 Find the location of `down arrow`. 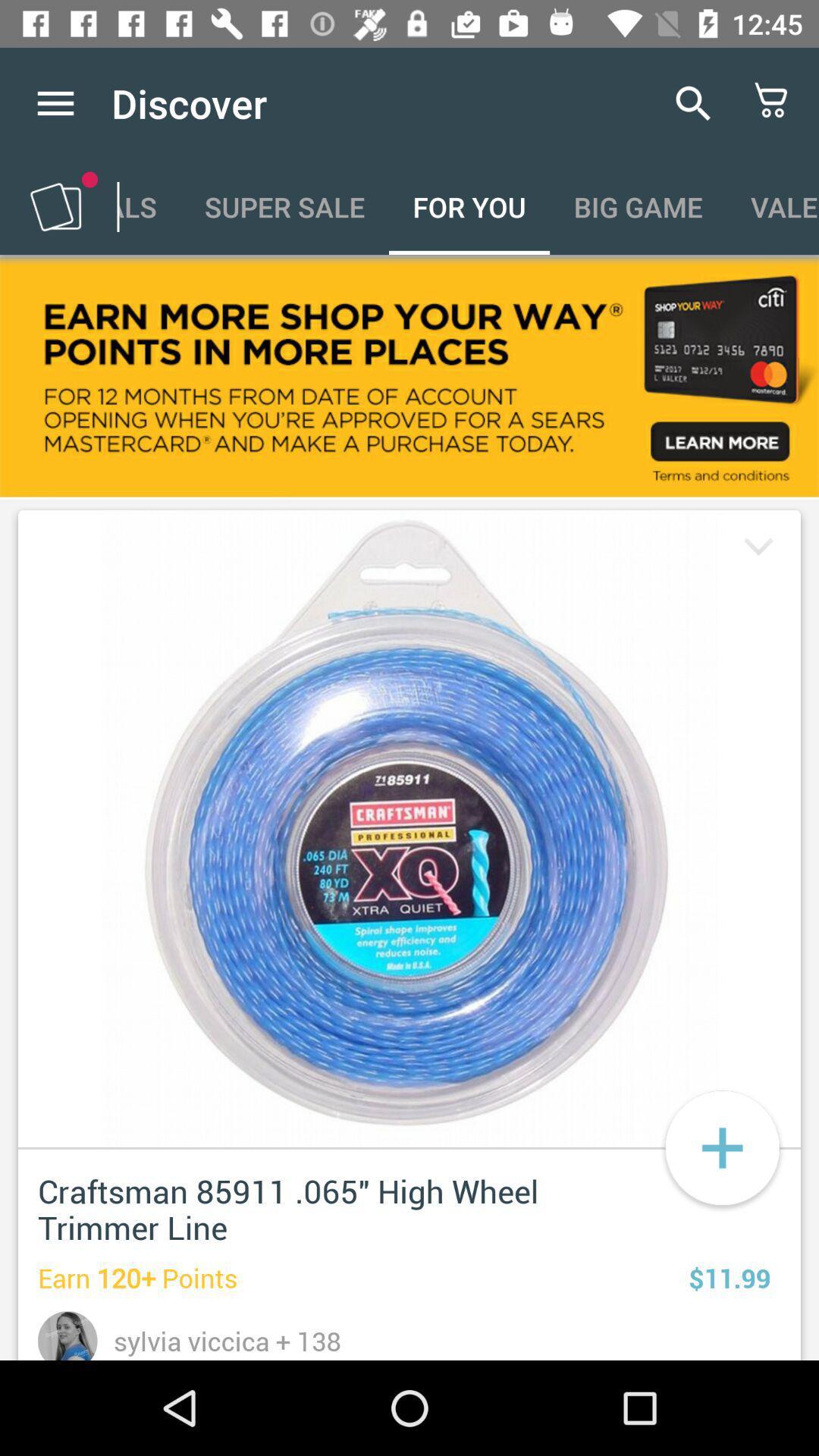

down arrow is located at coordinates (755, 548).